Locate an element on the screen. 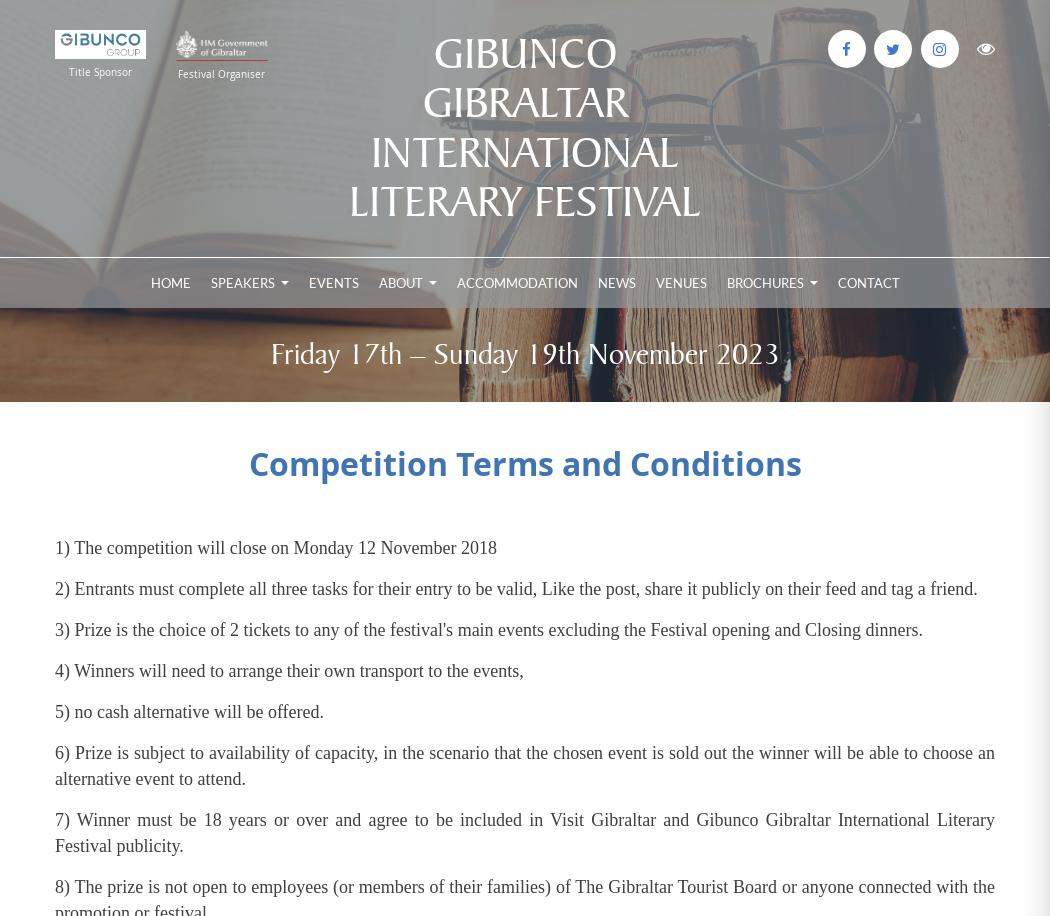 Image resolution: width=1050 pixels, height=916 pixels. 'Home' is located at coordinates (169, 283).